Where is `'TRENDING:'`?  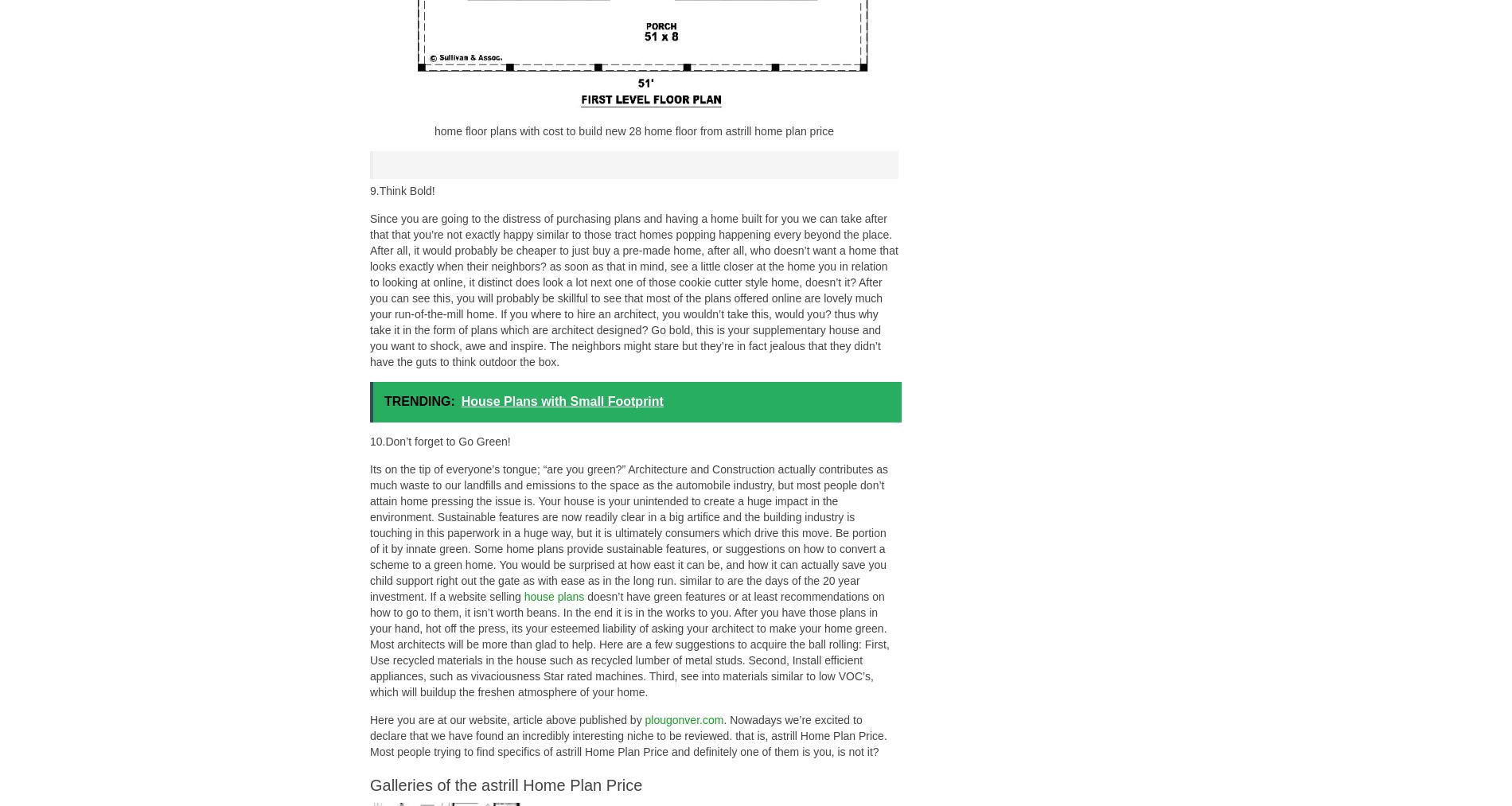
'TRENDING:' is located at coordinates (419, 400).